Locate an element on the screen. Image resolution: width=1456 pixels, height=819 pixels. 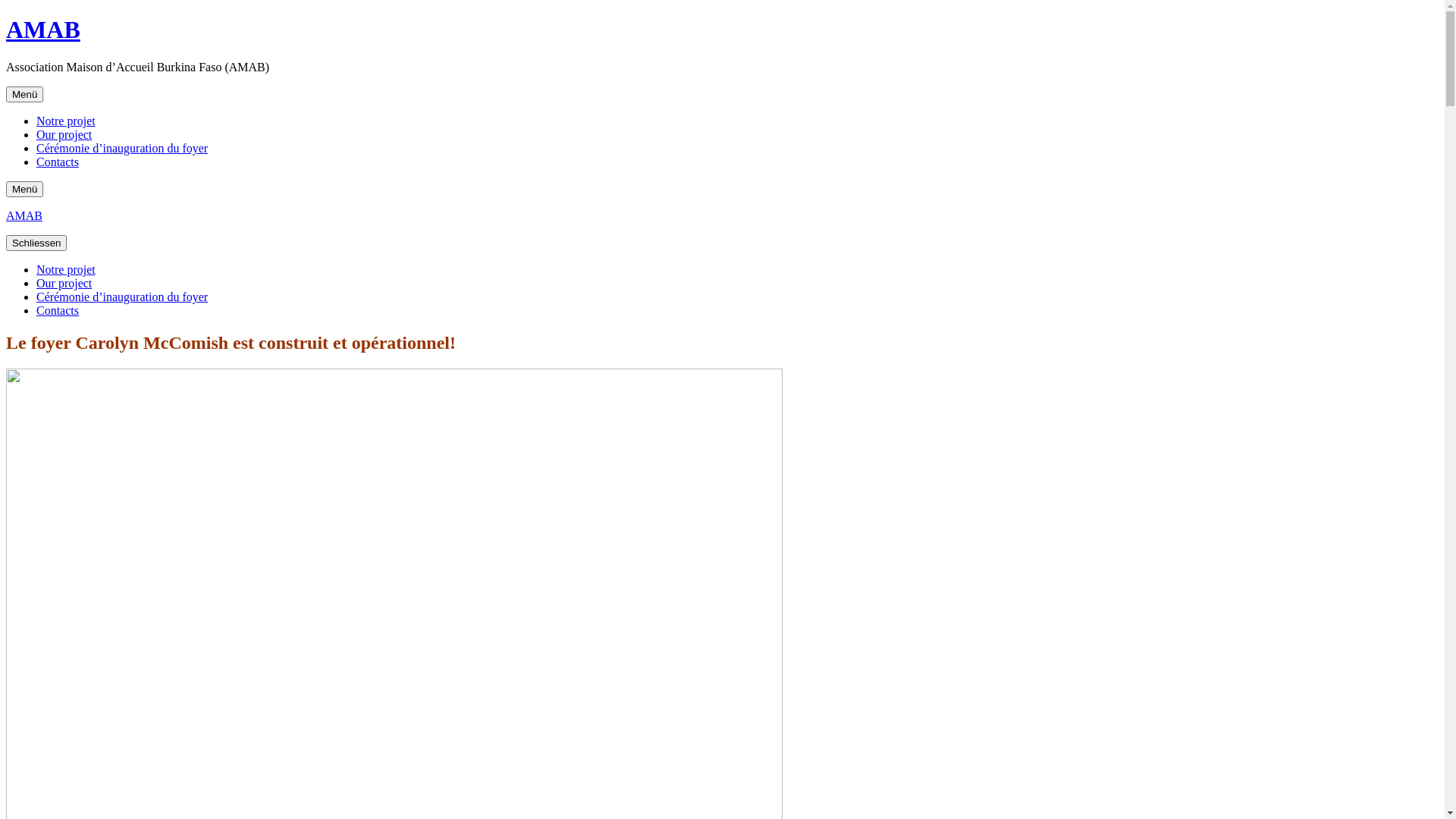
'Notre projet' is located at coordinates (64, 120).